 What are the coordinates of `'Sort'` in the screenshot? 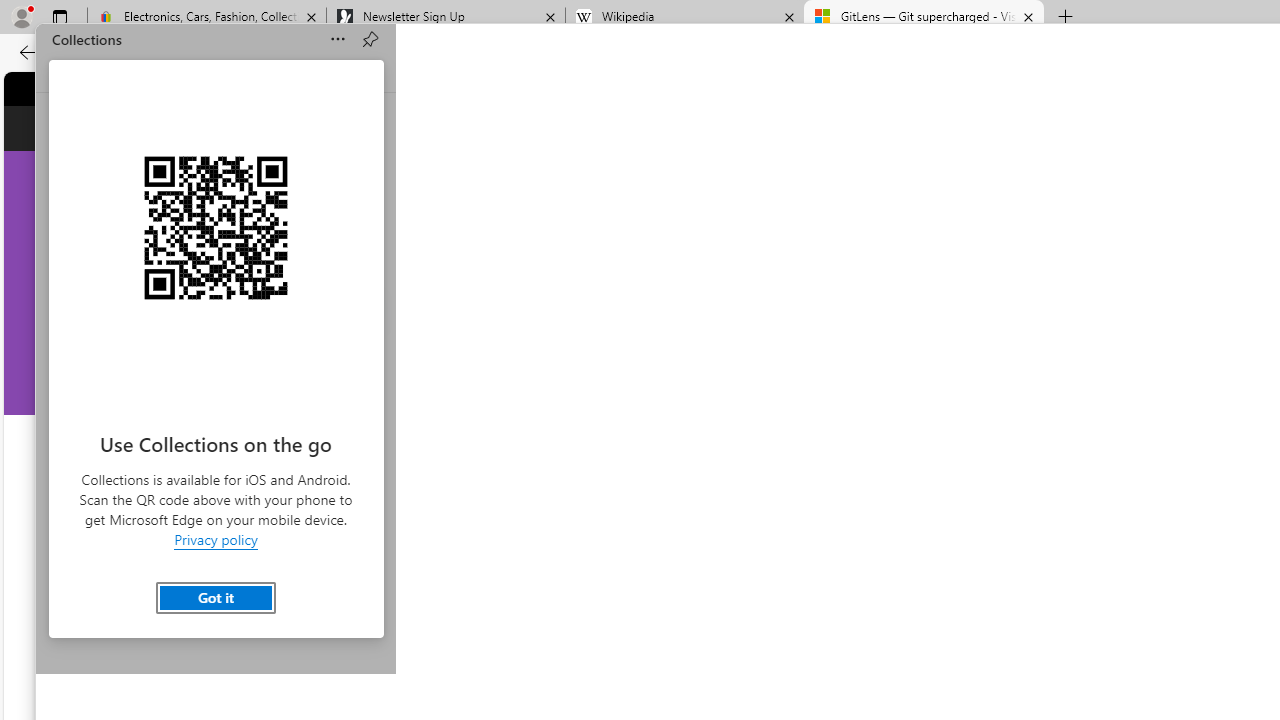 It's located at (337, 39).